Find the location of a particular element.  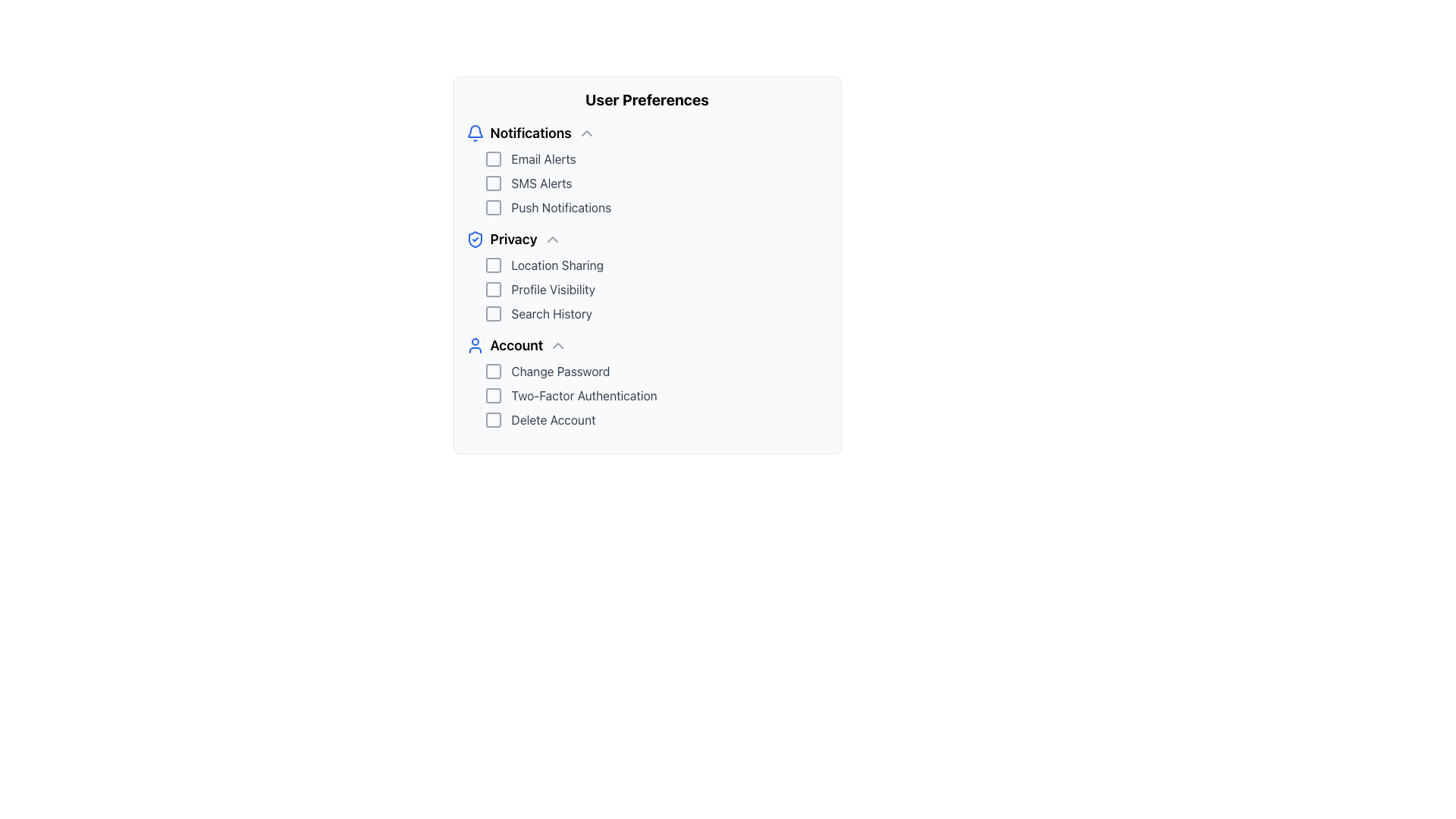

the toggle button icon located to the right of the 'Privacy' label in the 'User Preferences' panel is located at coordinates (551, 239).